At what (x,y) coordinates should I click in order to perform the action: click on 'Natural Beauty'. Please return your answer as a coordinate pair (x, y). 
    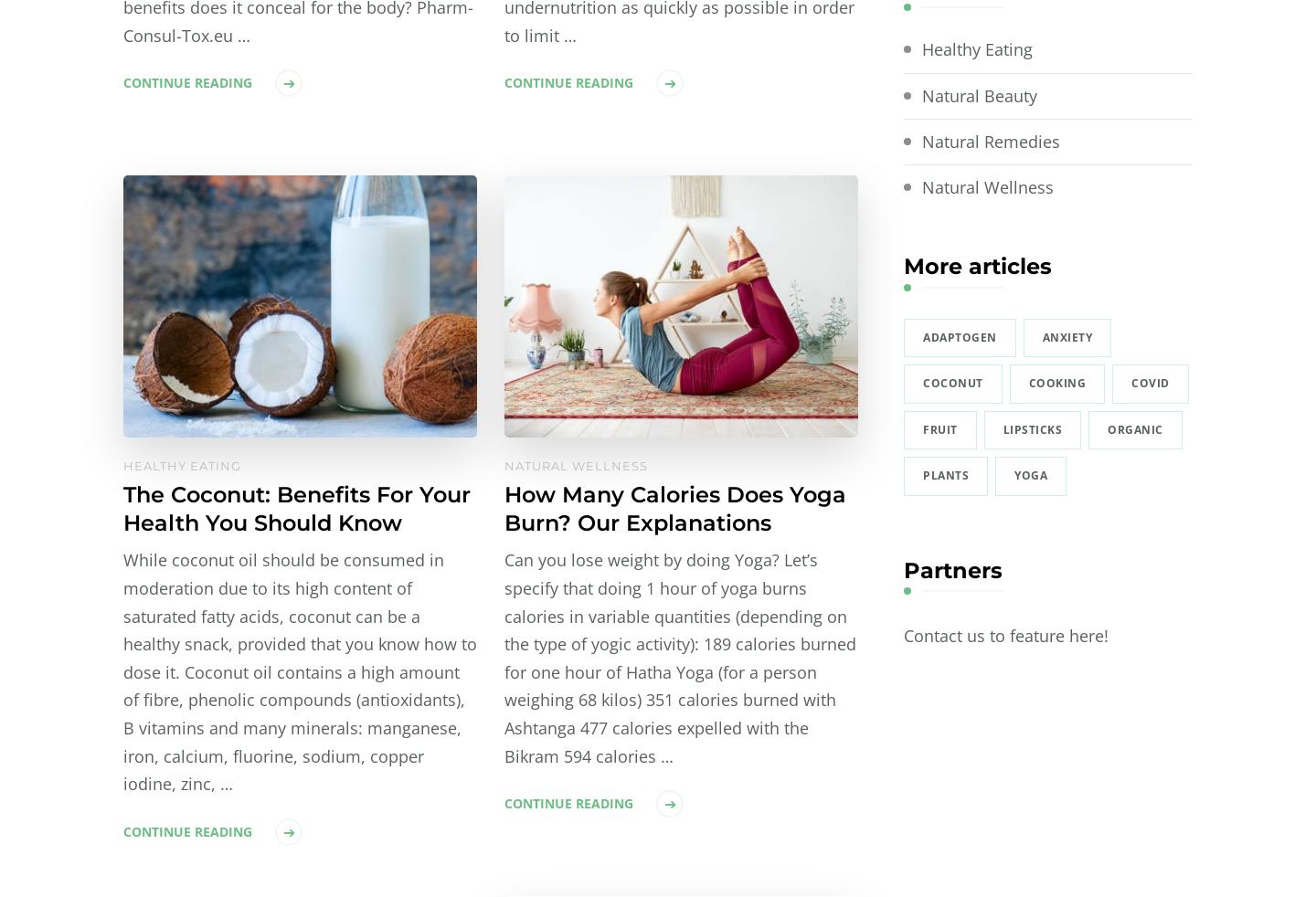
    Looking at the image, I should click on (979, 93).